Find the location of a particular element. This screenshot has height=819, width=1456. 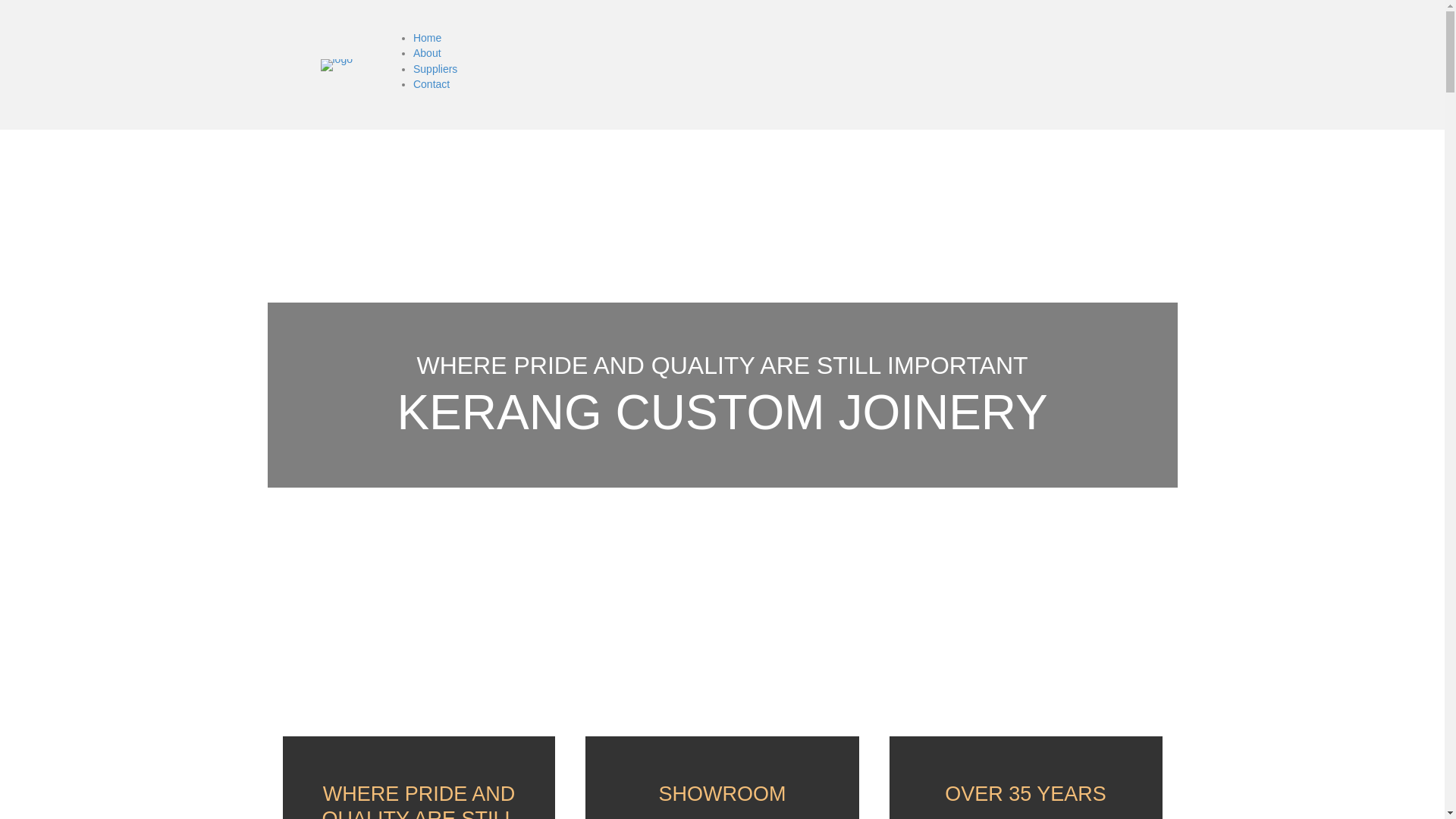

'Suppliers' is located at coordinates (435, 69).